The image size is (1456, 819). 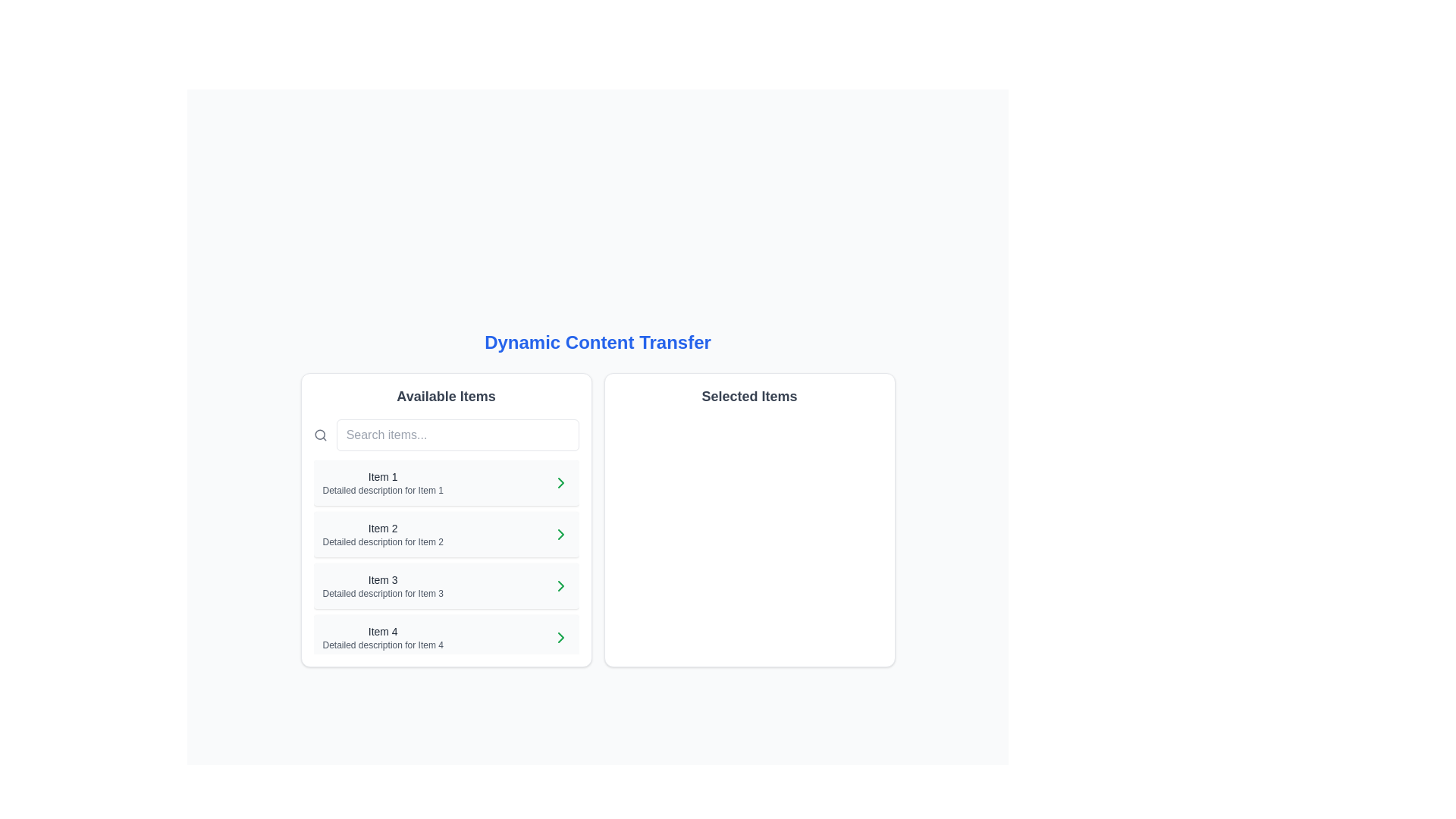 What do you see at coordinates (445, 585) in the screenshot?
I see `the third List Item in the 'Available Items' section, which displays the title and description, located directly beneath 'Item 2'` at bounding box center [445, 585].